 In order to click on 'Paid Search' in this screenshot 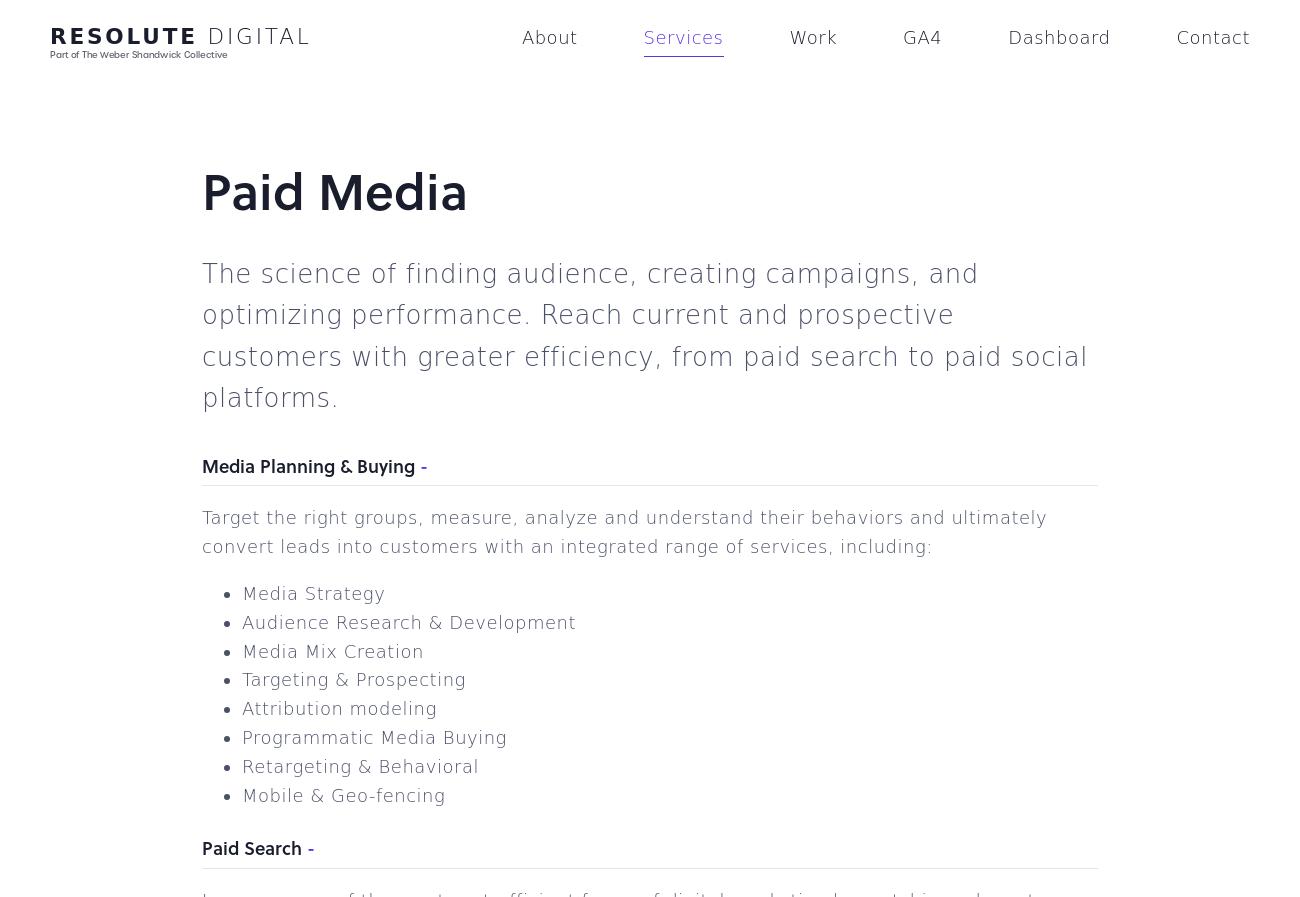, I will do `click(250, 847)`.